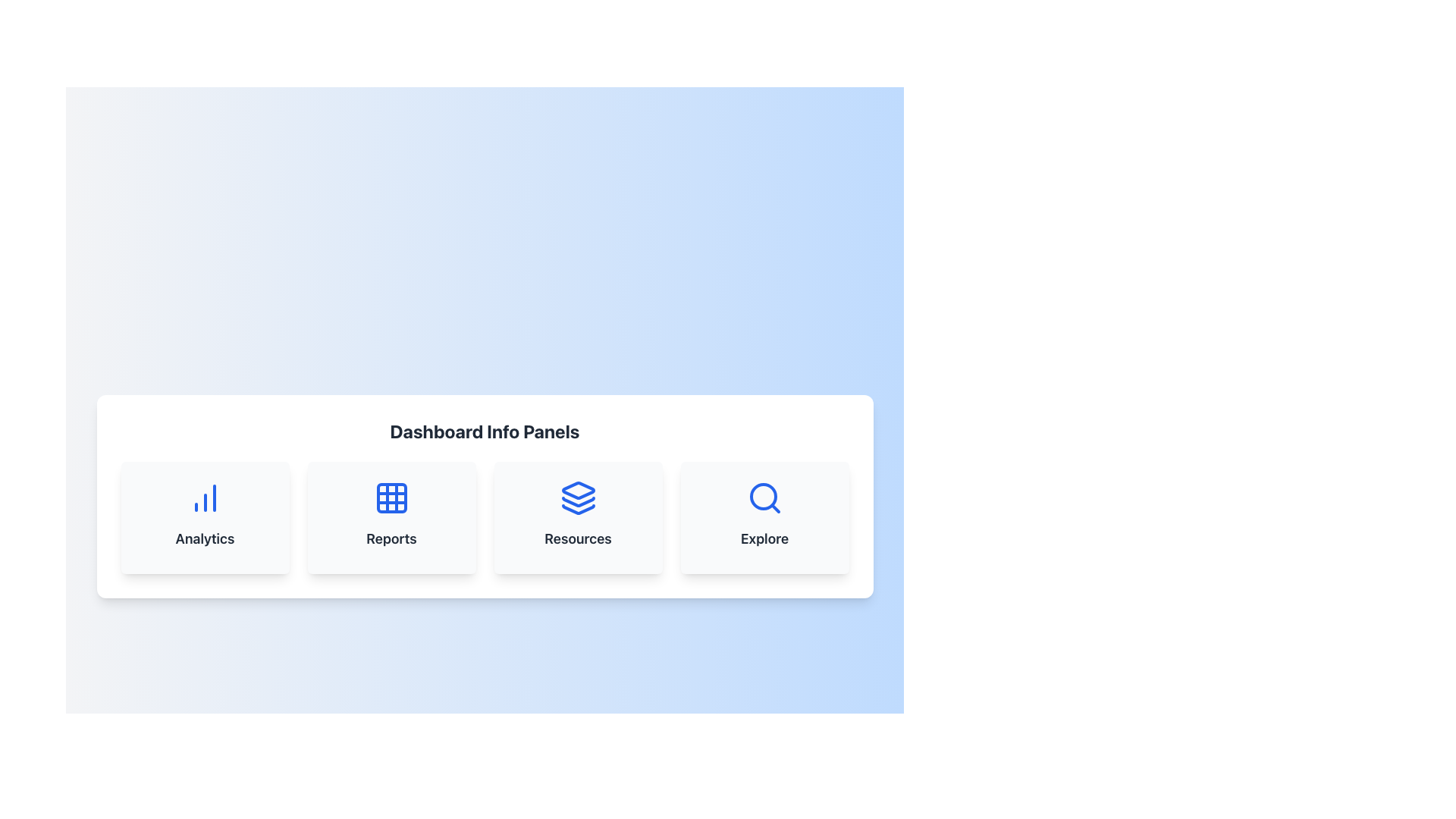  What do you see at coordinates (764, 538) in the screenshot?
I see `the text label that says 'Explore', which is styled in a bold font and located at the bottom of the fourth card from the left` at bounding box center [764, 538].